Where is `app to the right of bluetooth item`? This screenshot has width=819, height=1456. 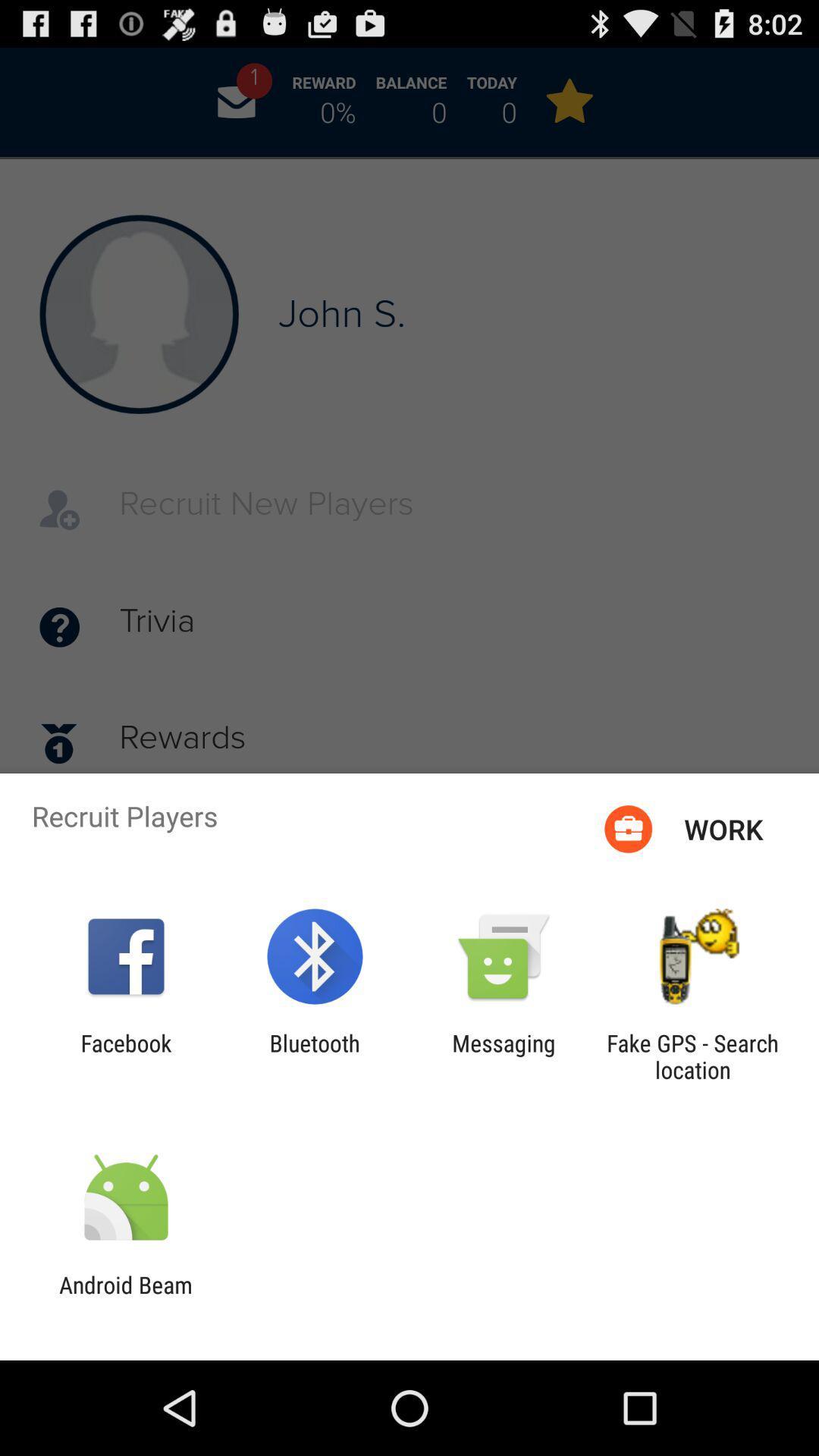
app to the right of bluetooth item is located at coordinates (504, 1056).